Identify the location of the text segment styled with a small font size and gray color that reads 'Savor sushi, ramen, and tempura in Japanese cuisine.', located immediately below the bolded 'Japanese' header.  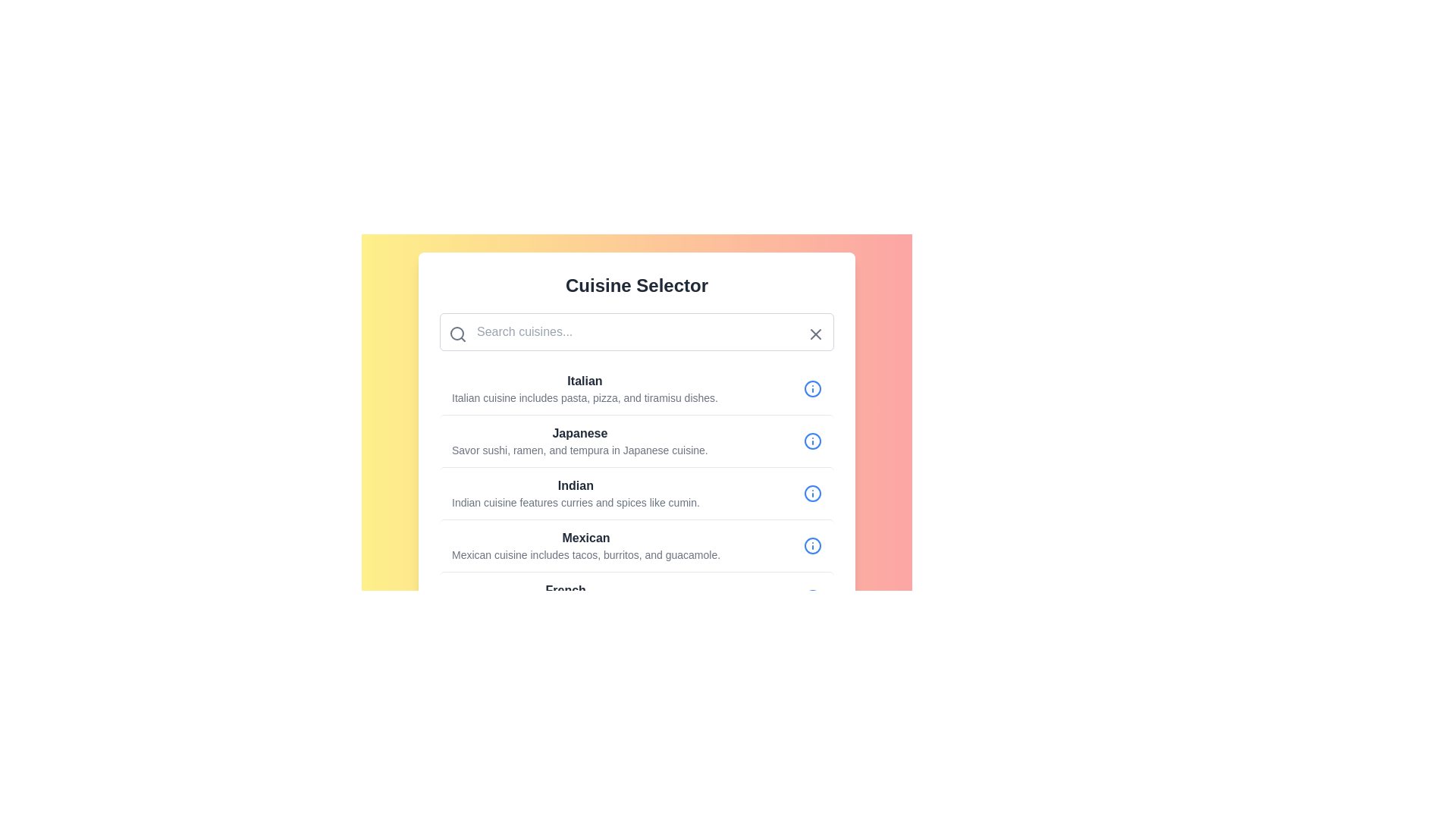
(579, 450).